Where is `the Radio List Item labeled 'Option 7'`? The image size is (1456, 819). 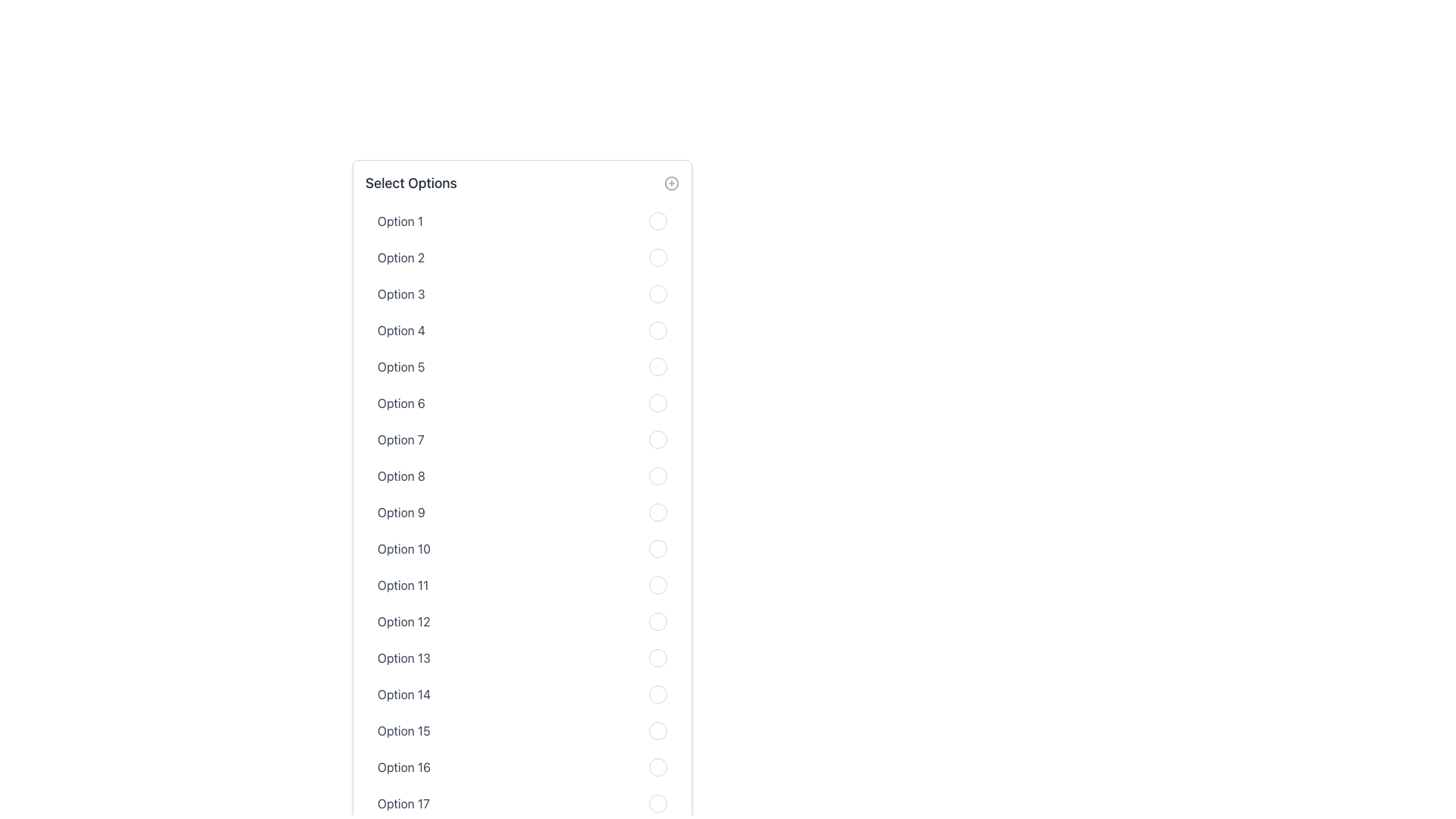 the Radio List Item labeled 'Option 7' is located at coordinates (522, 439).